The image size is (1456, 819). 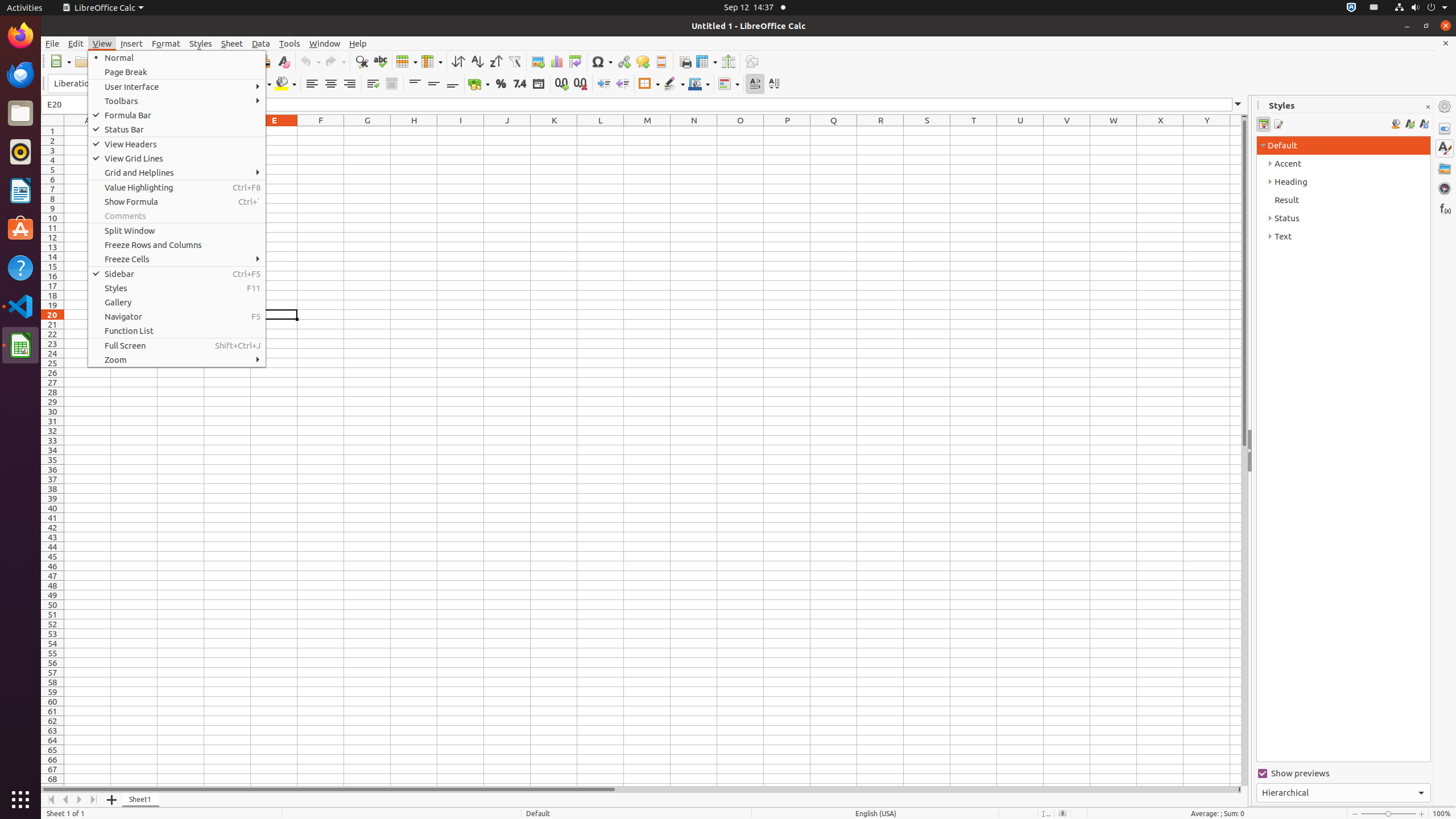 I want to click on 'Sort', so click(x=457, y=61).